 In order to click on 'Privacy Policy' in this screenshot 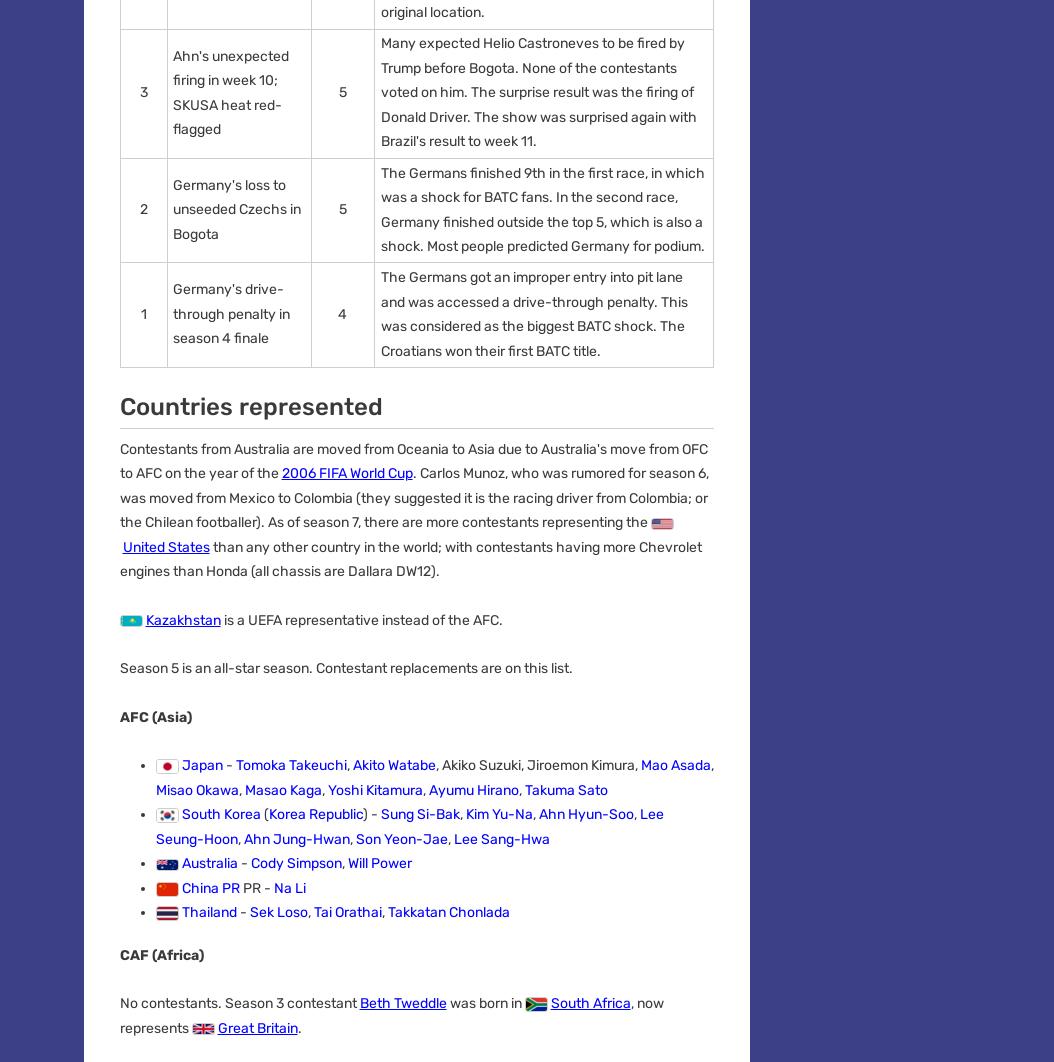, I will do `click(476, 597)`.